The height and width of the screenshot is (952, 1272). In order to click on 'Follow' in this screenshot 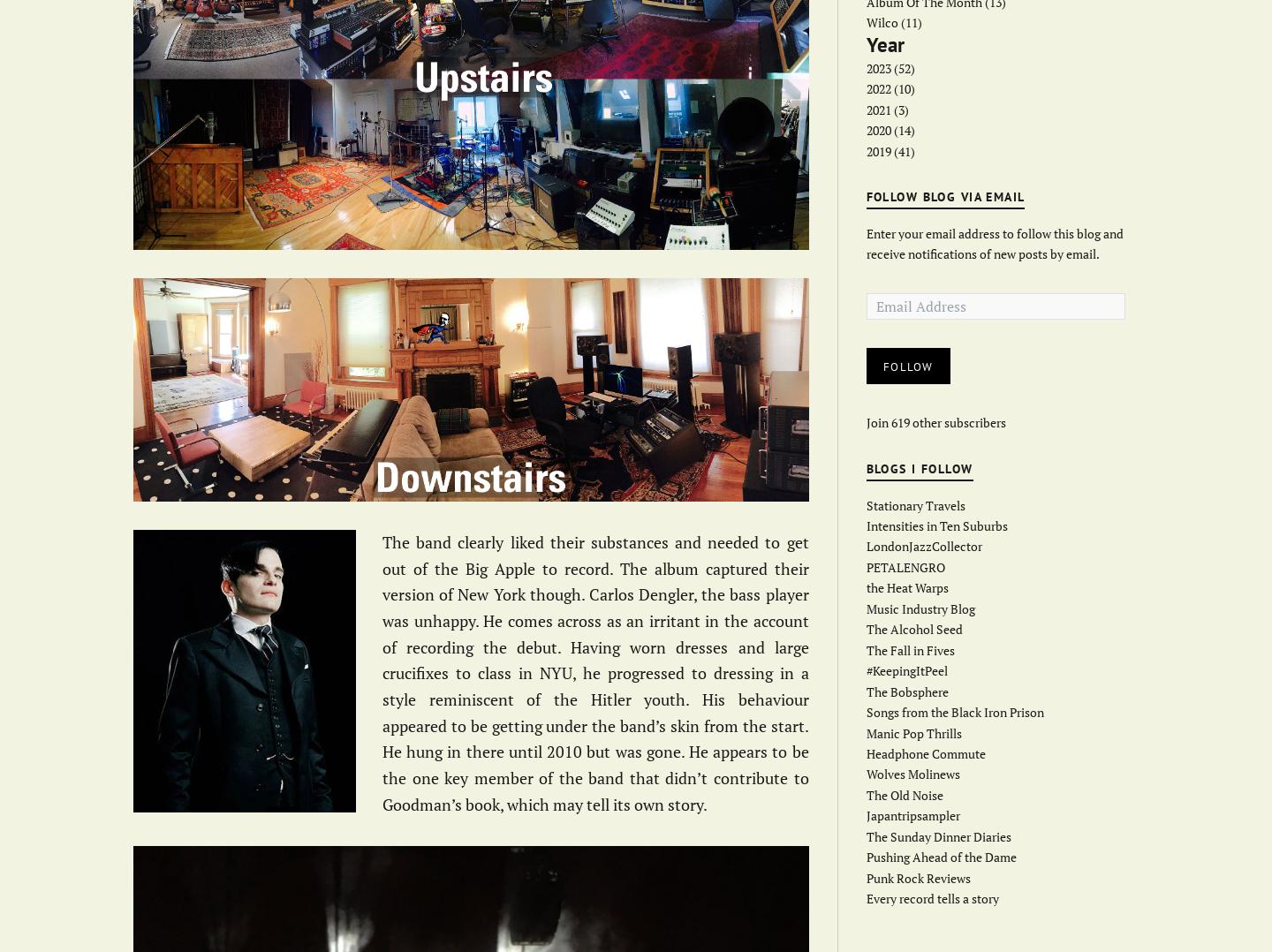, I will do `click(908, 364)`.